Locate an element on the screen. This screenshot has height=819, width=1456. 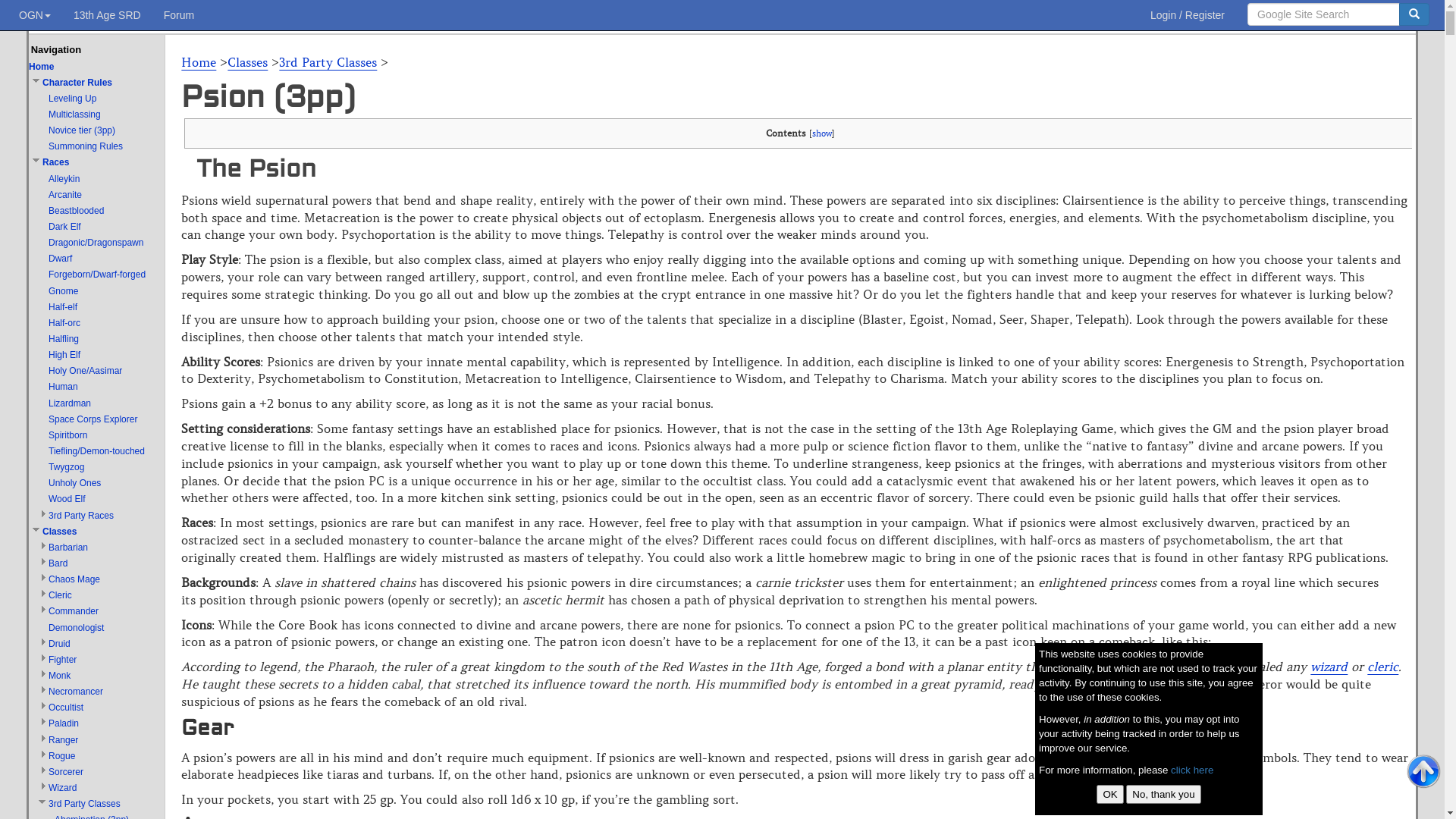
'Cleric' is located at coordinates (48, 595).